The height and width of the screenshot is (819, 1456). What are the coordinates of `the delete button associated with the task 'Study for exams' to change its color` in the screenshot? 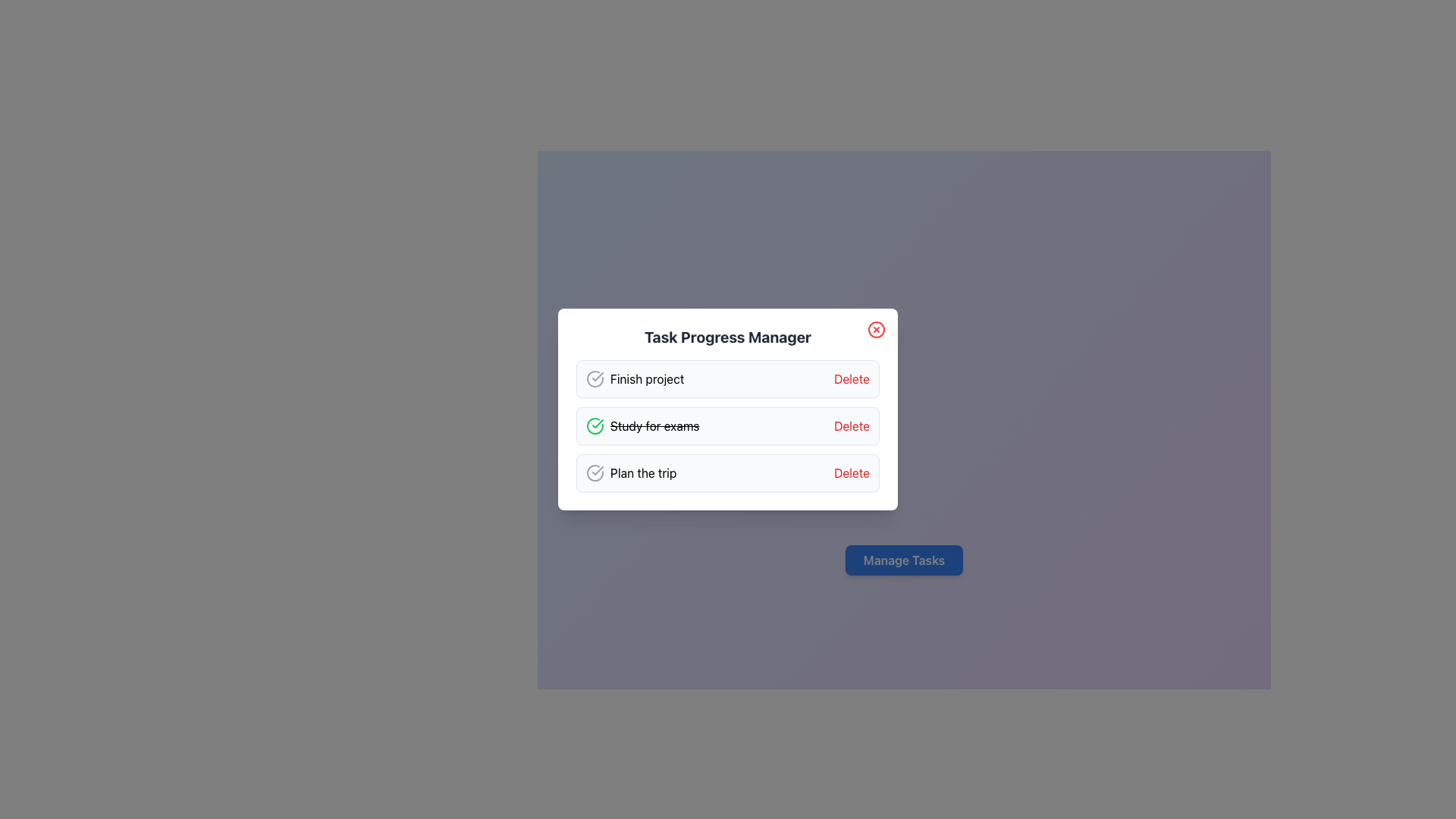 It's located at (852, 426).